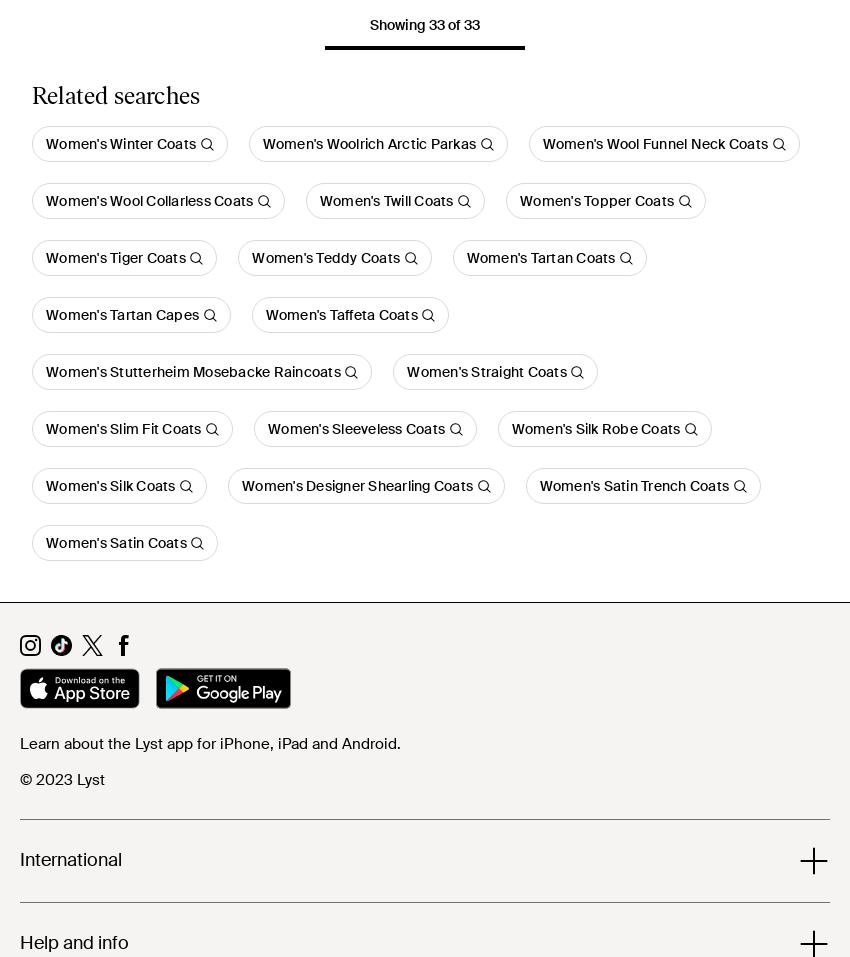 The image size is (850, 957). What do you see at coordinates (109, 485) in the screenshot?
I see `'Women's Silk Coats'` at bounding box center [109, 485].